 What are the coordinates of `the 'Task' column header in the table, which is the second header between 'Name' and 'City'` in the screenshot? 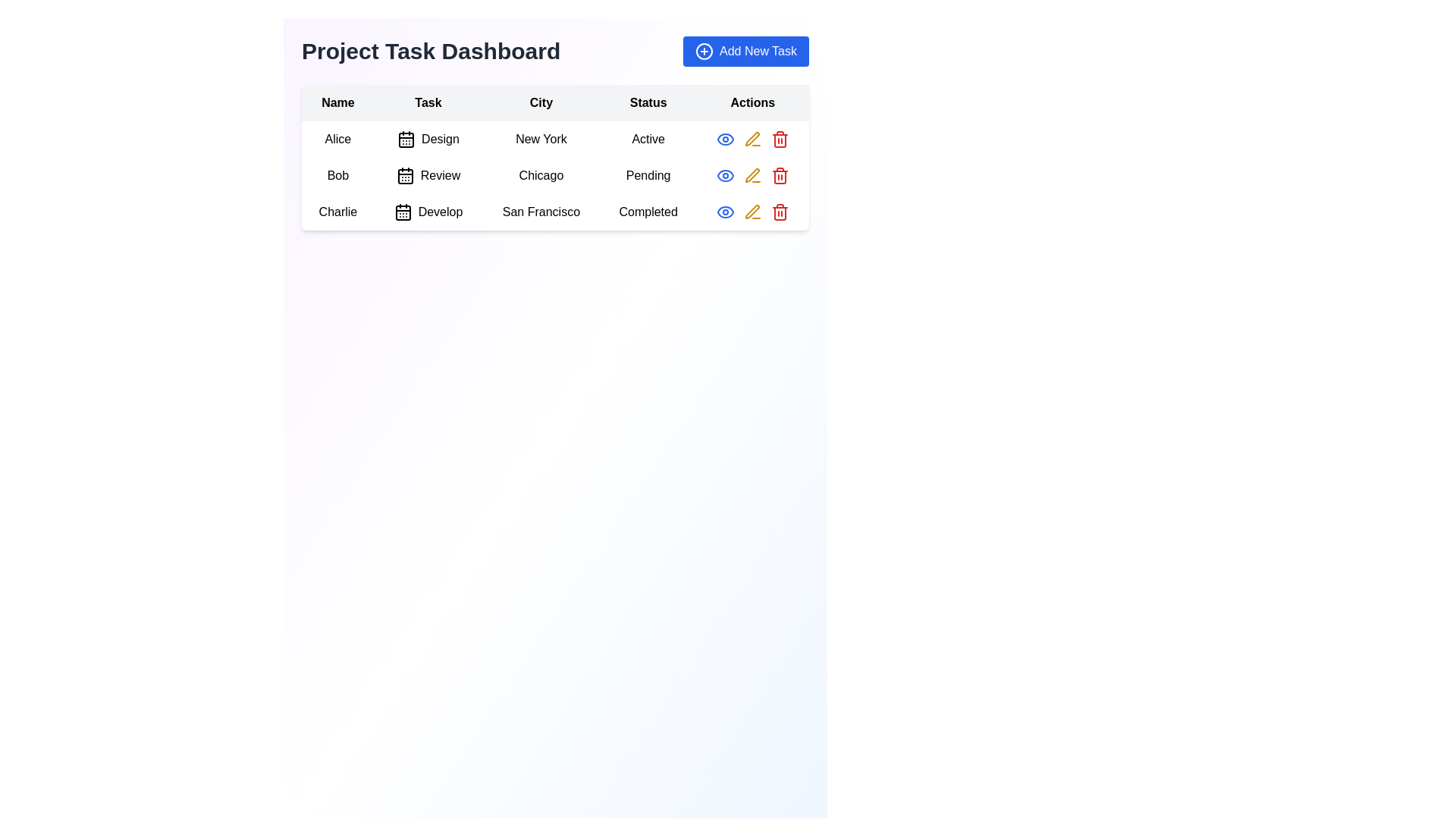 It's located at (428, 102).